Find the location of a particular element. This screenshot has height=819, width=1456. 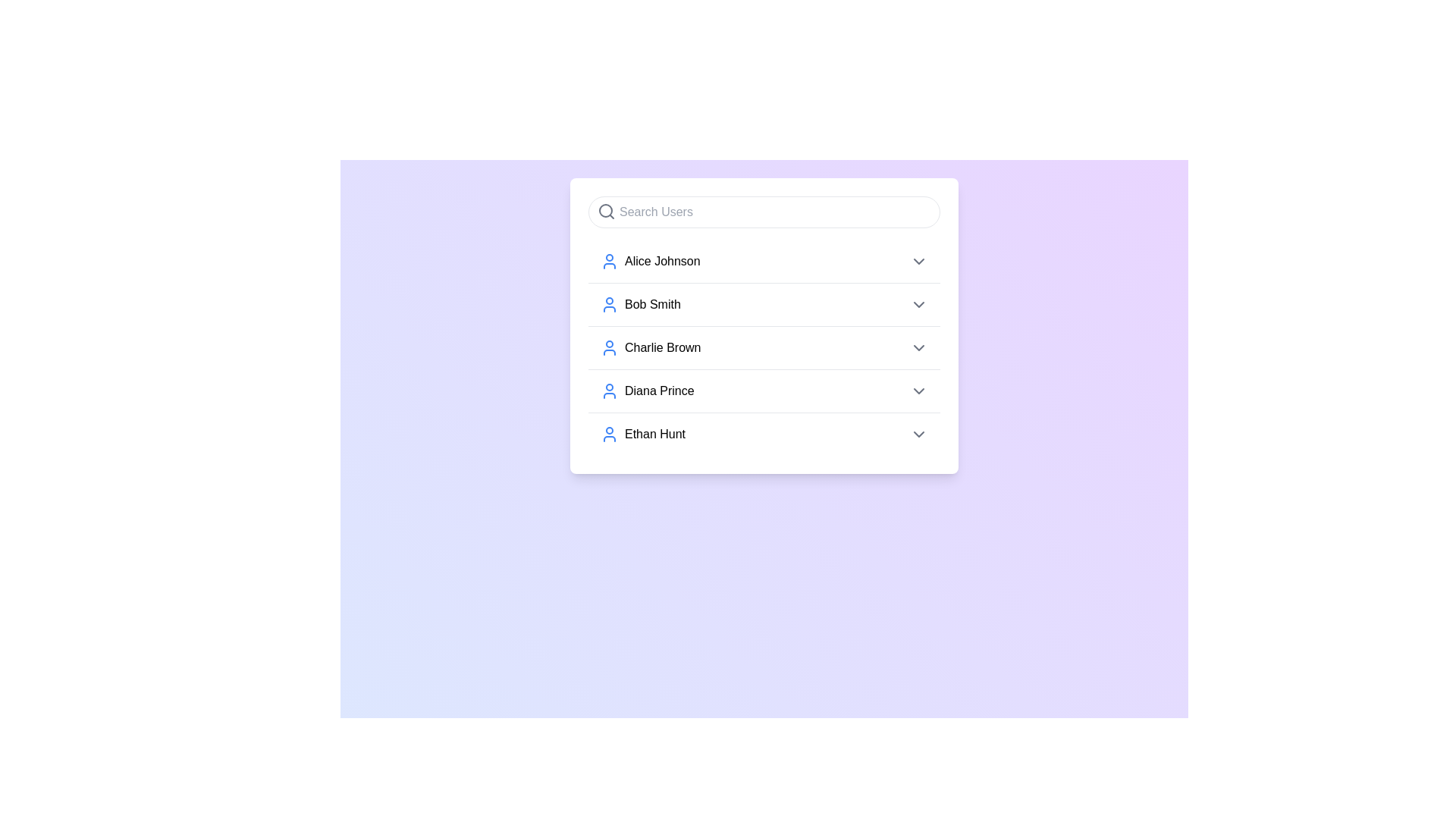

the down-pointing chevron icon, which indicates a dropdown action, located in the far right of the row labeled 'Charlie Brown' in the third position of the user rows is located at coordinates (918, 348).